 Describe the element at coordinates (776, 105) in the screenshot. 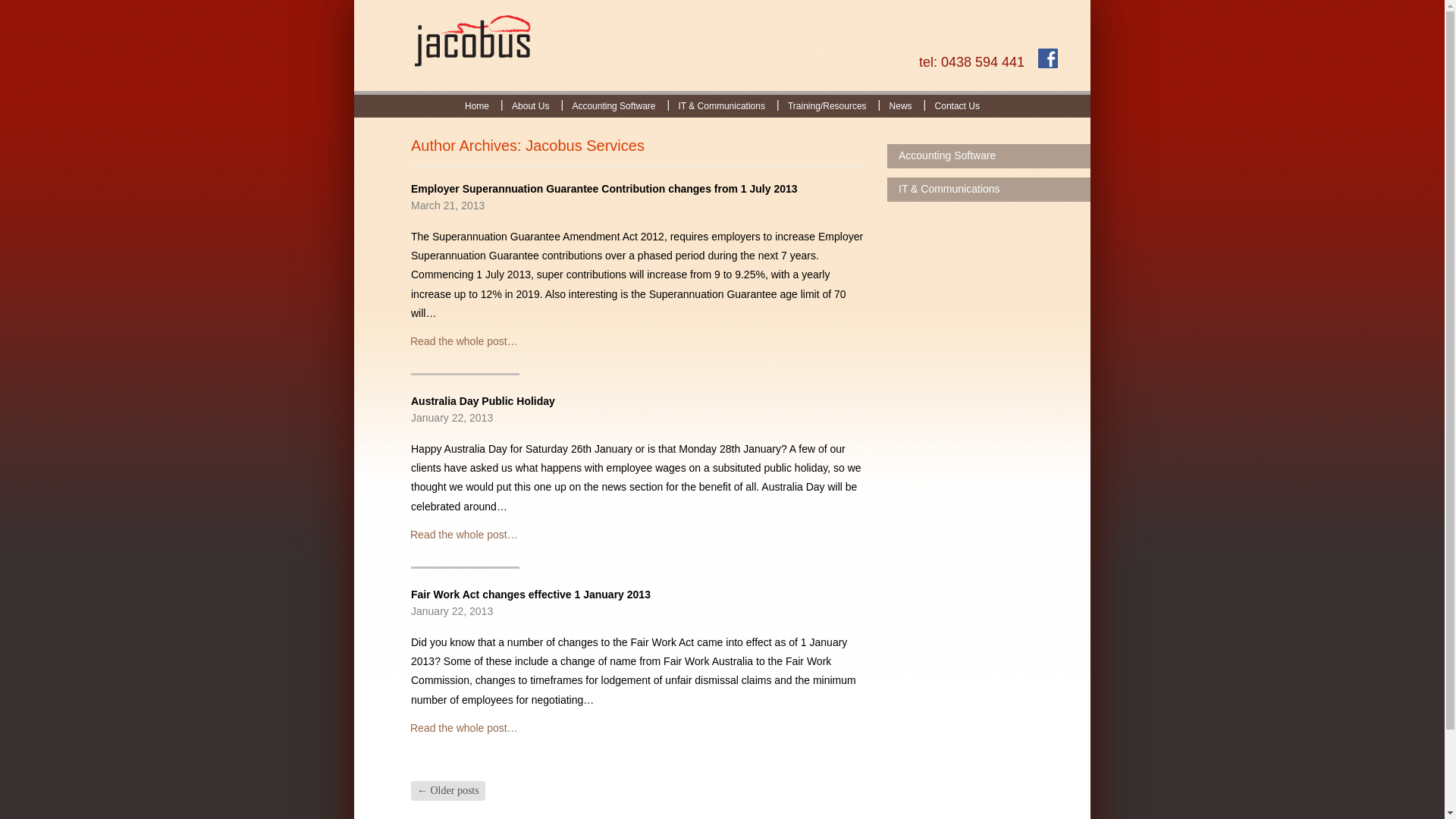

I see `'Training/Resources'` at that location.